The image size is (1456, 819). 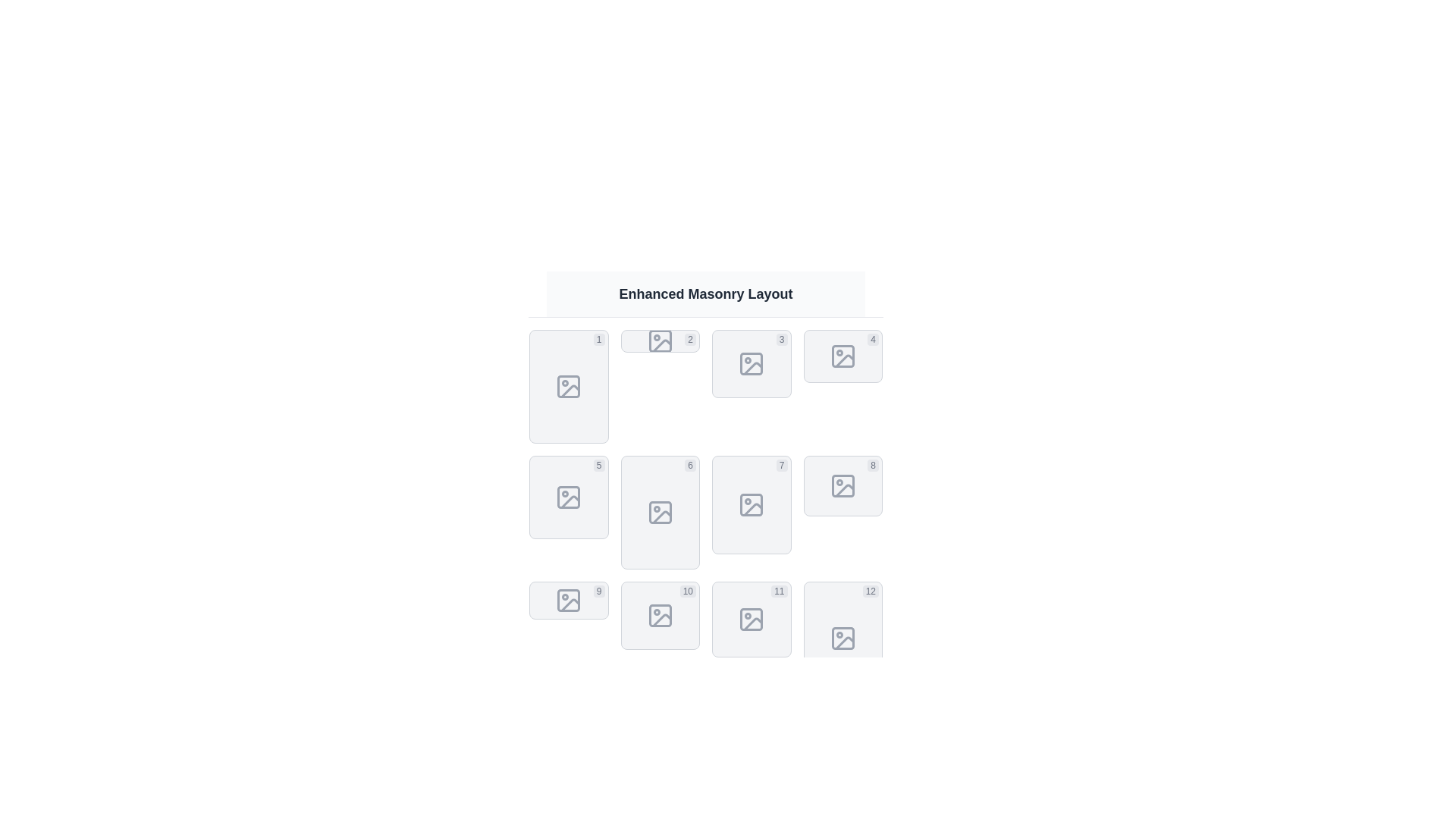 What do you see at coordinates (660, 341) in the screenshot?
I see `details of the graphical icon or image placeholder component located in the top-left corner of the smaller image placeholder icon in the second box of the grid titled 'Enhanced Masonry Layout'` at bounding box center [660, 341].